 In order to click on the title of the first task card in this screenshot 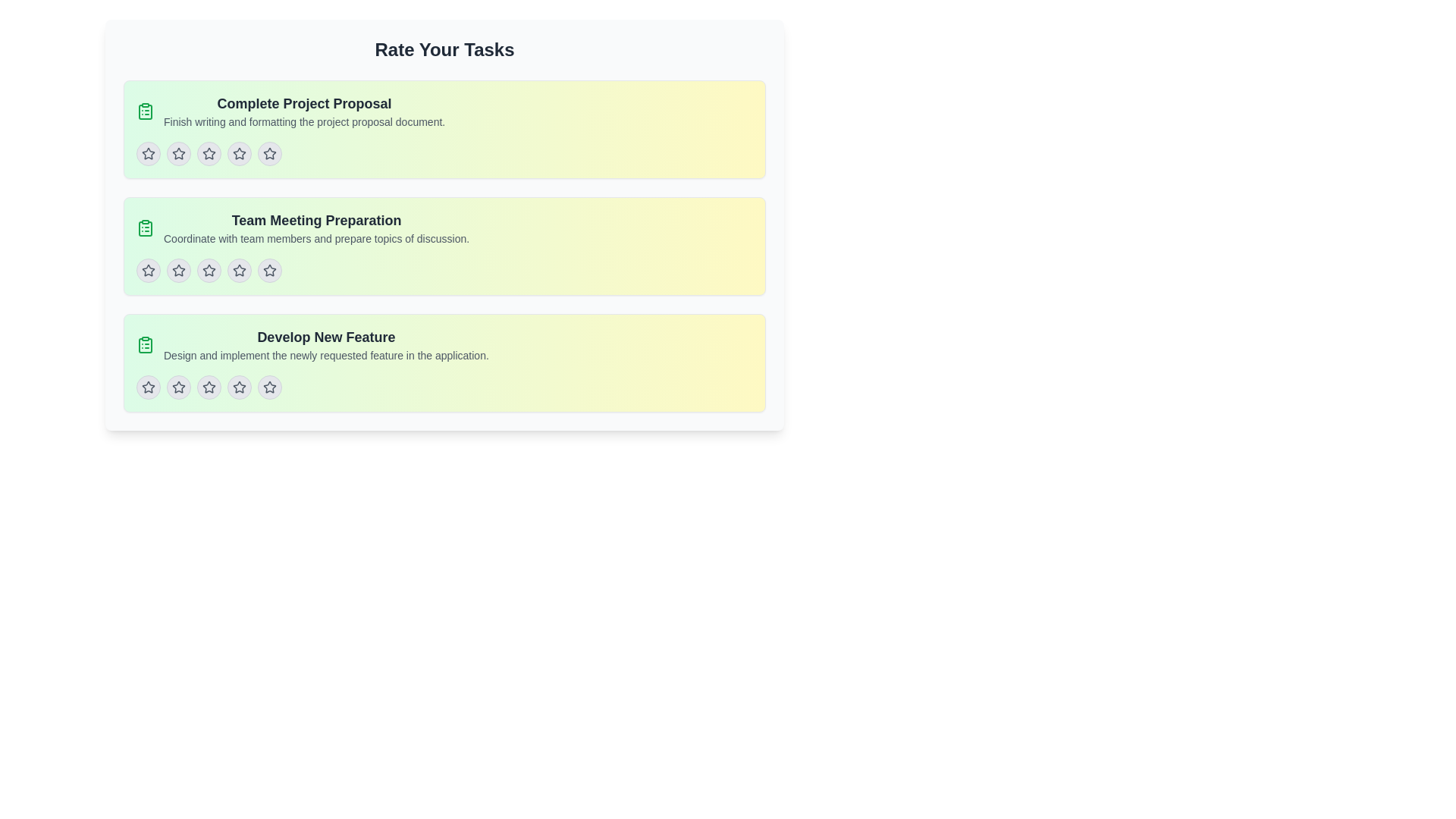, I will do `click(444, 110)`.